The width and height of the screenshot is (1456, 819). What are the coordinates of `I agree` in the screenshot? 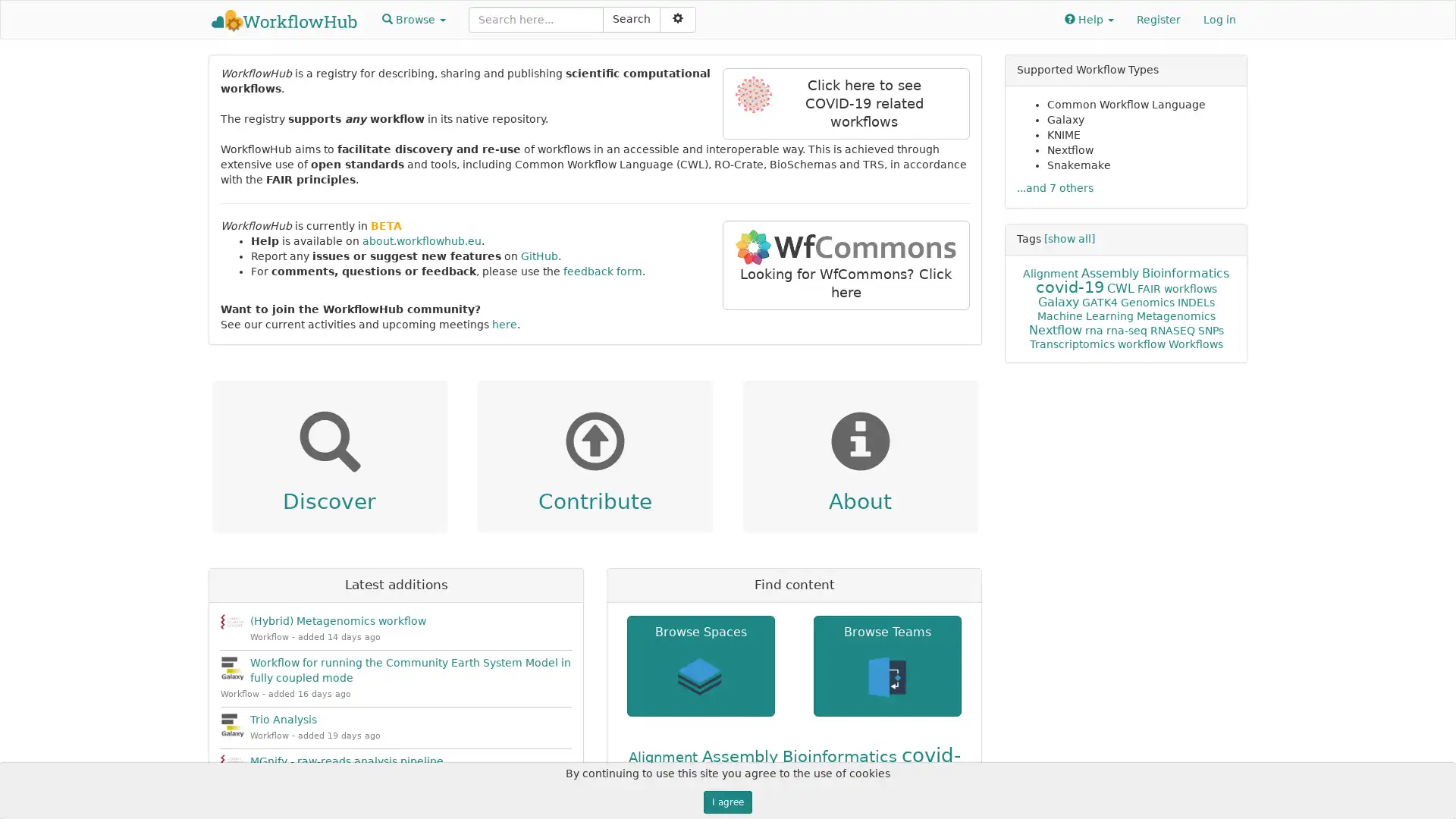 It's located at (728, 801).